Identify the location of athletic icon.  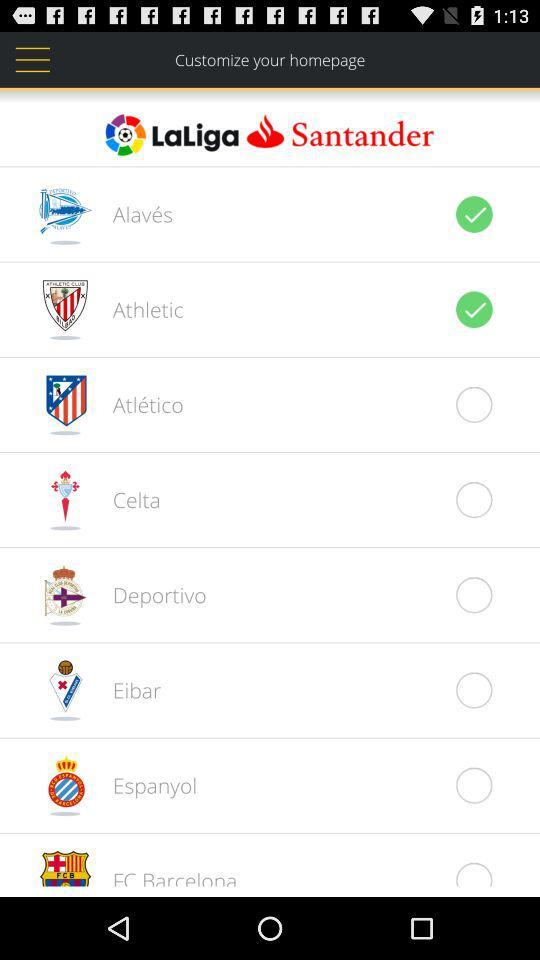
(136, 309).